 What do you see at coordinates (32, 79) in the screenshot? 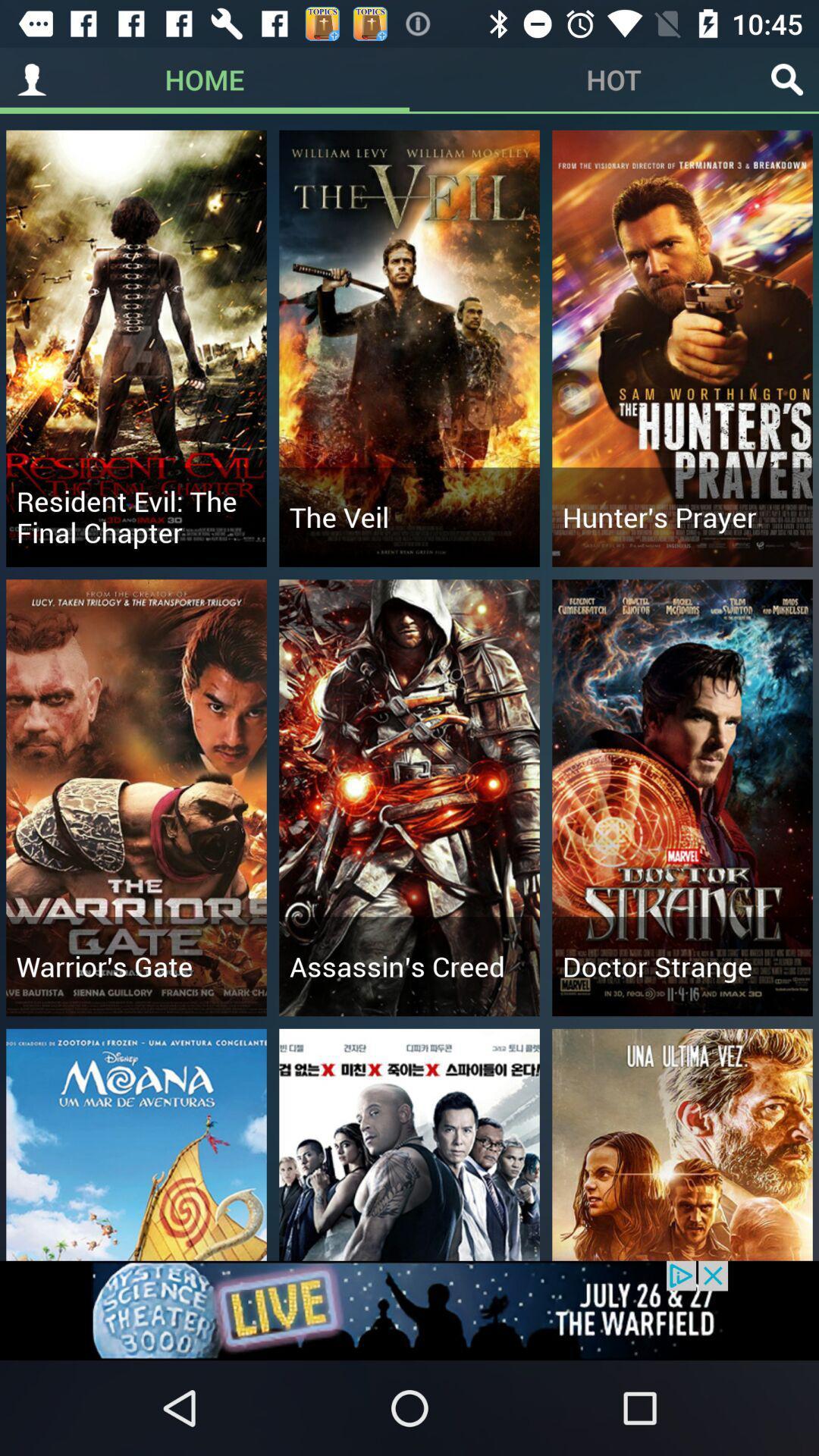
I see `profile tab` at bounding box center [32, 79].